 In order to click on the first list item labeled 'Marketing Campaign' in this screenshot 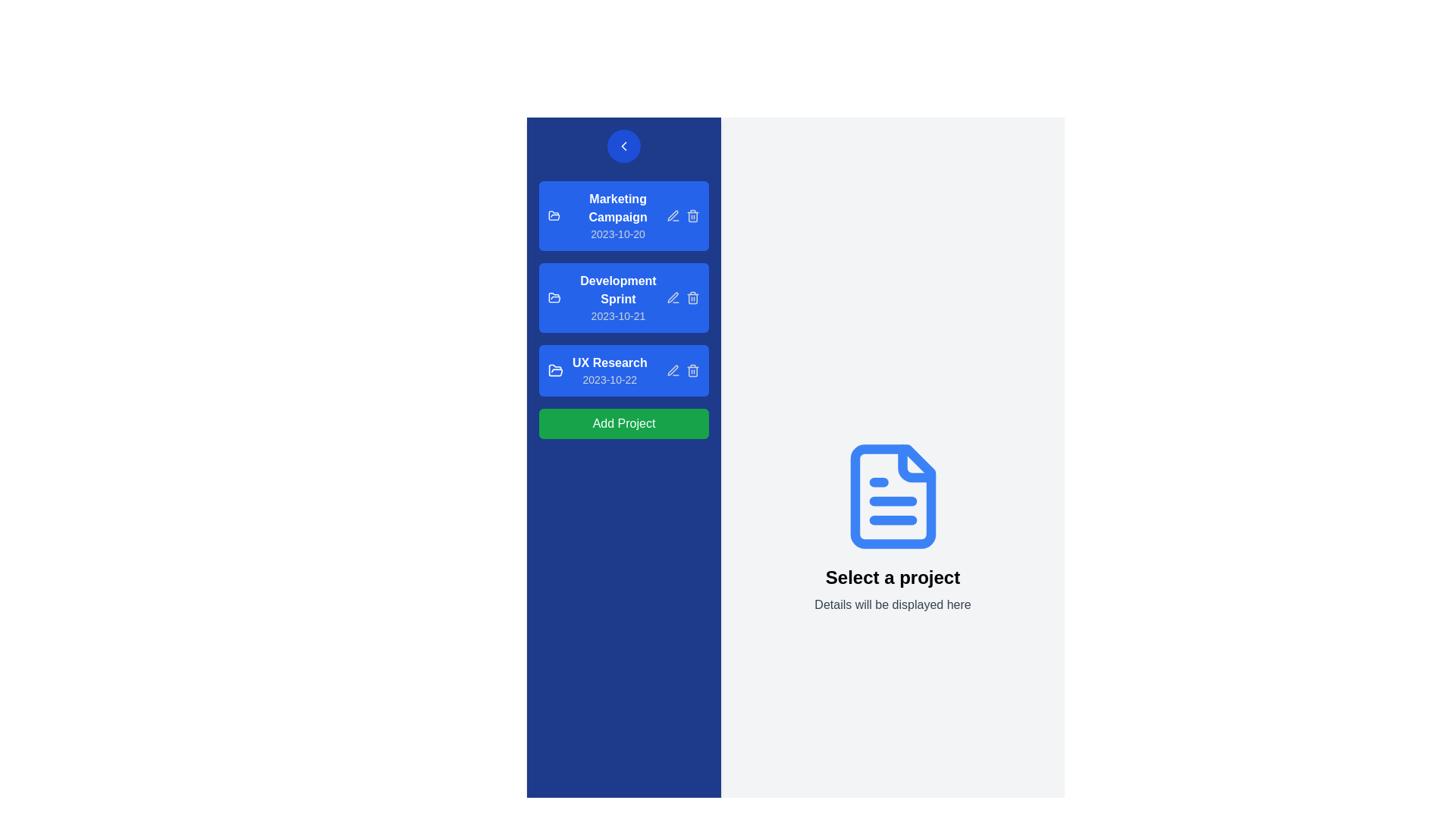, I will do `click(607, 216)`.